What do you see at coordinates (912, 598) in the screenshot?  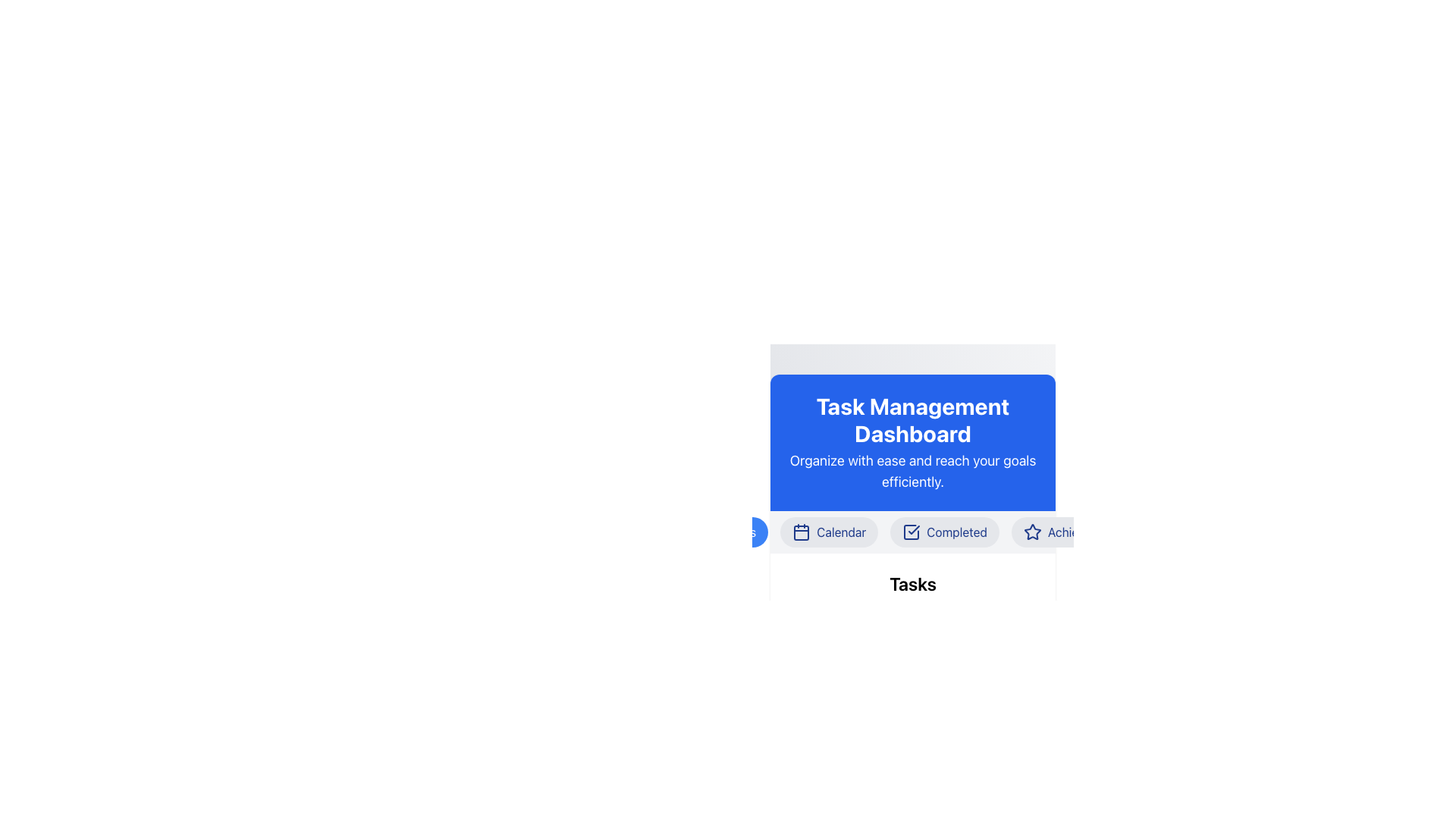 I see `the Text Label that serves as a heading, centrally located above additional task descriptions` at bounding box center [912, 598].